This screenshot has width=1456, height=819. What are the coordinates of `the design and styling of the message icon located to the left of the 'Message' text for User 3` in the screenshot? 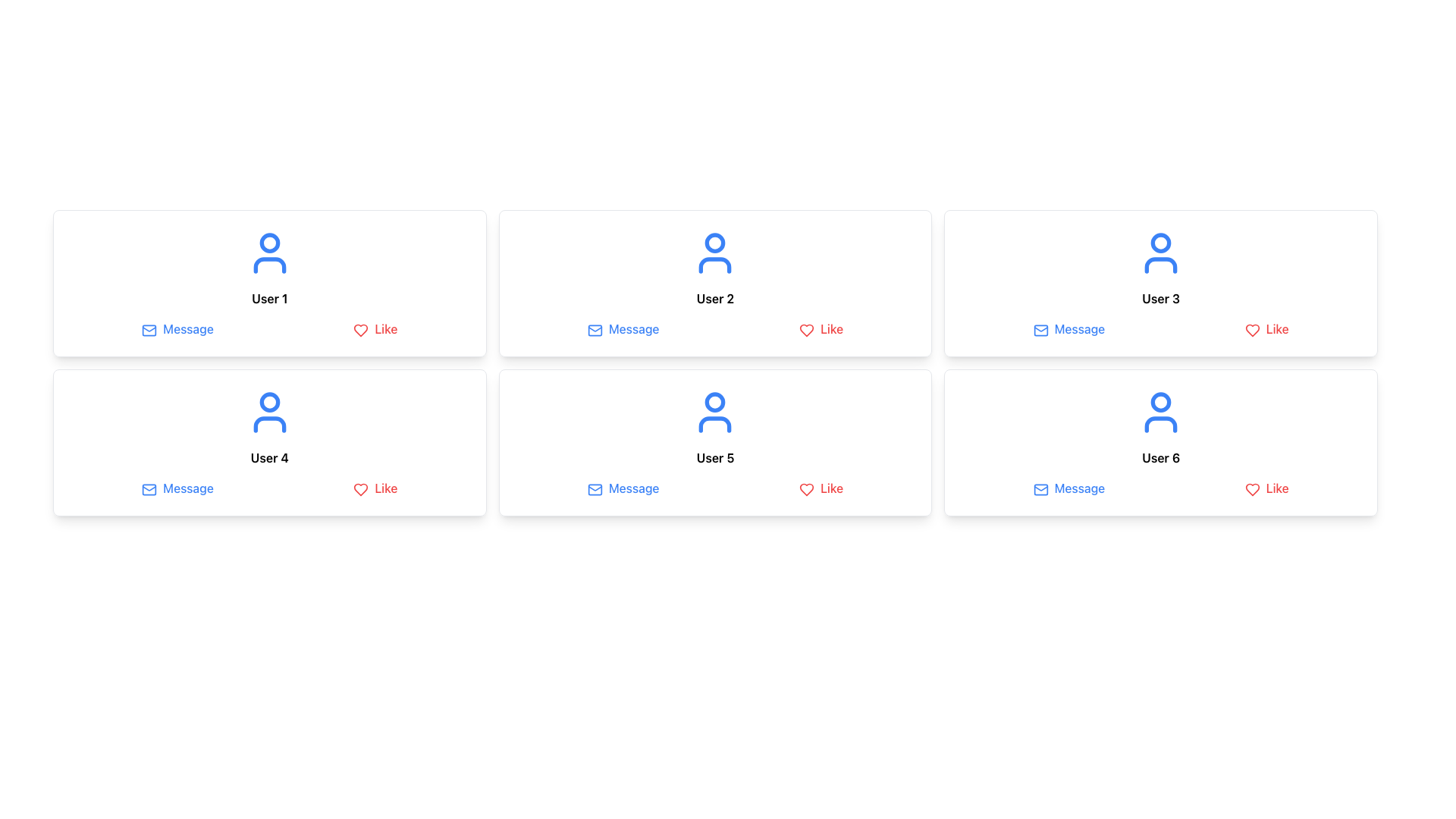 It's located at (1040, 329).